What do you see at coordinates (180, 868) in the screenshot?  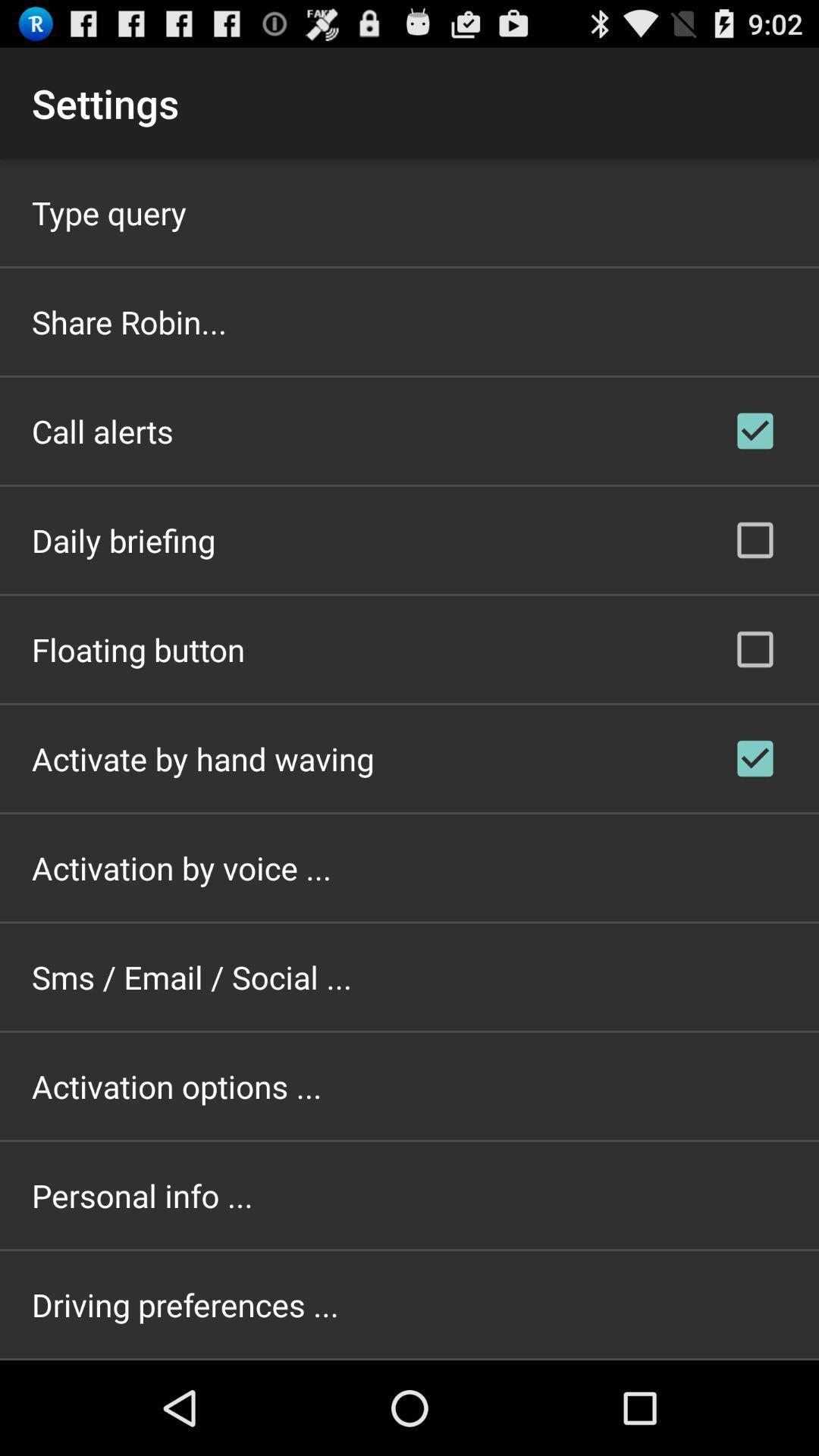 I see `item below activate by hand icon` at bounding box center [180, 868].